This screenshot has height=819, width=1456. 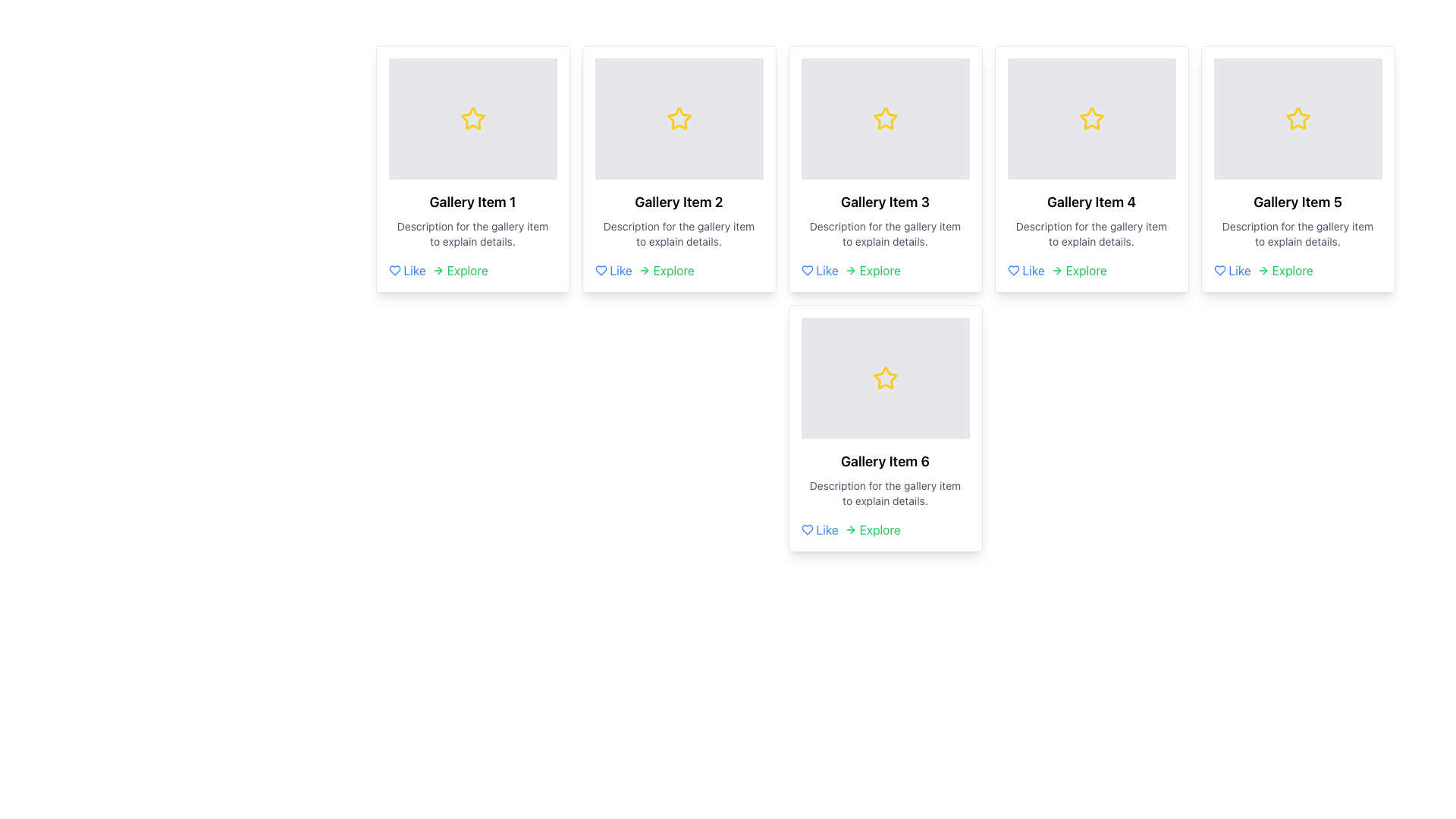 What do you see at coordinates (850, 529) in the screenshot?
I see `the right-pointing arrow icon located within the 'Explore' button beneath the Gallery Item 6 section for visual feedback` at bounding box center [850, 529].